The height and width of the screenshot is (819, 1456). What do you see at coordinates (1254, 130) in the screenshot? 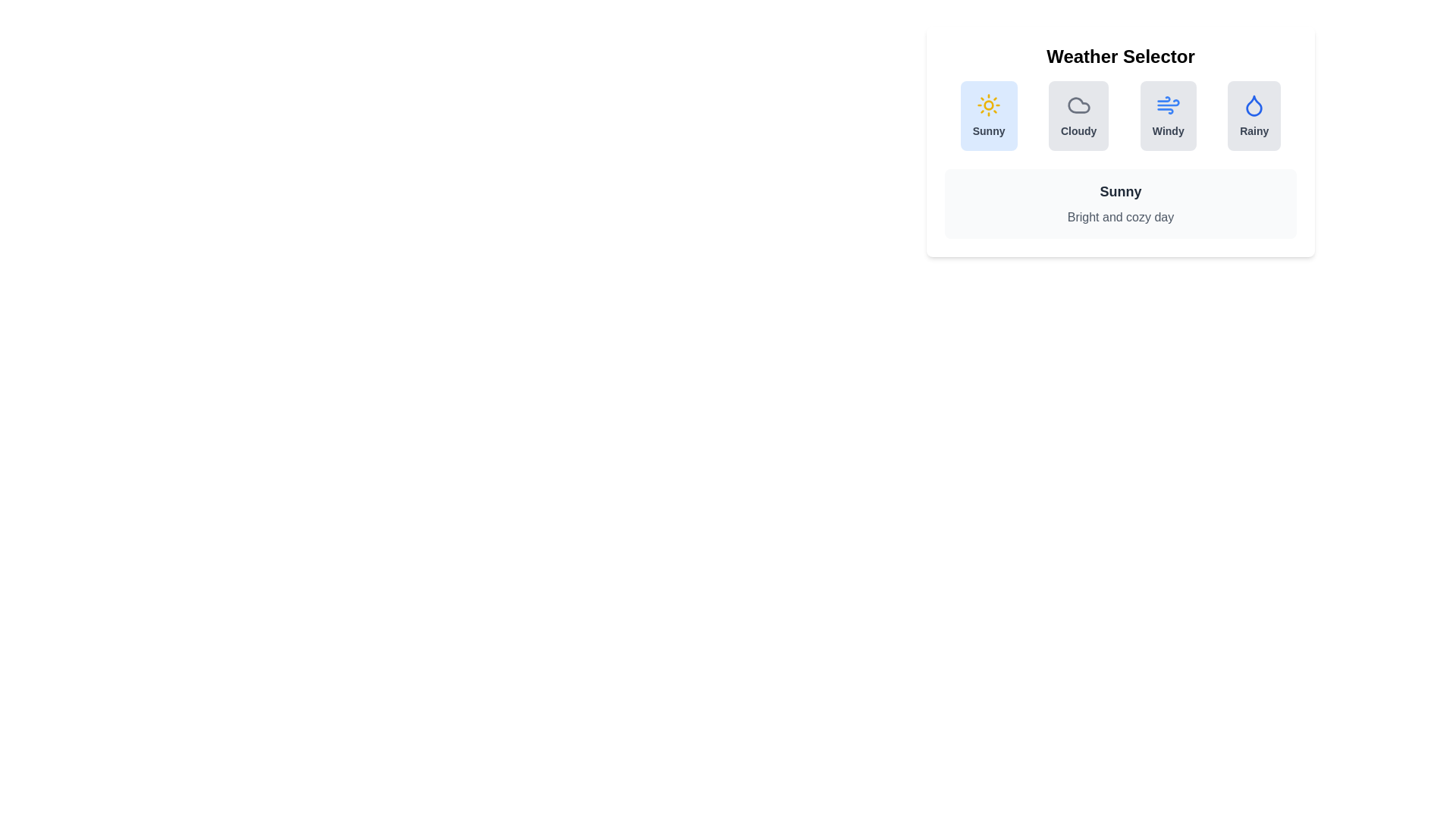
I see `text label displaying 'Rainy' in bold gray font located below the blue droplet icon in the rightmost weather card` at bounding box center [1254, 130].